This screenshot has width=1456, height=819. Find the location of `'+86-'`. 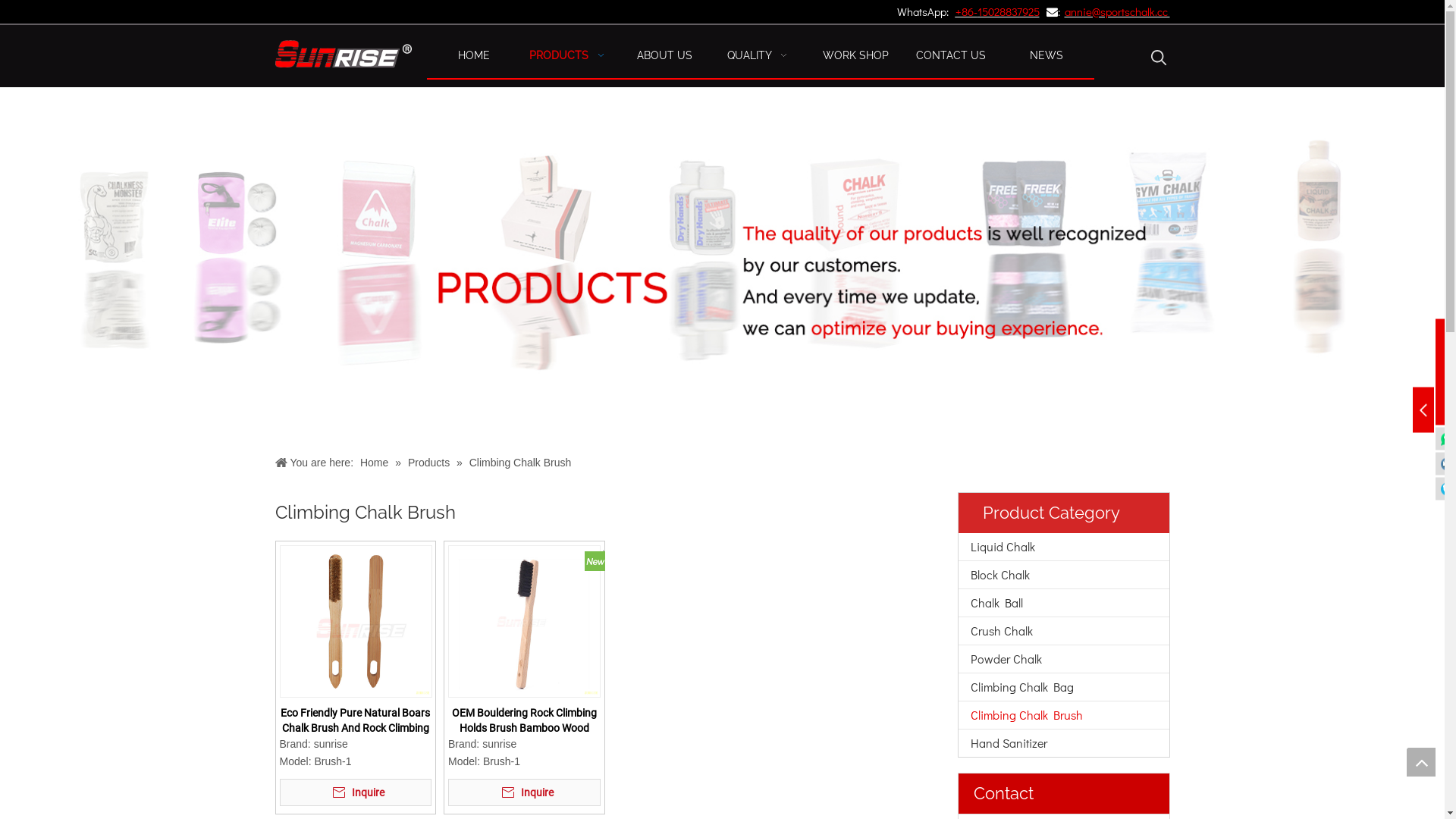

'+86-' is located at coordinates (954, 11).